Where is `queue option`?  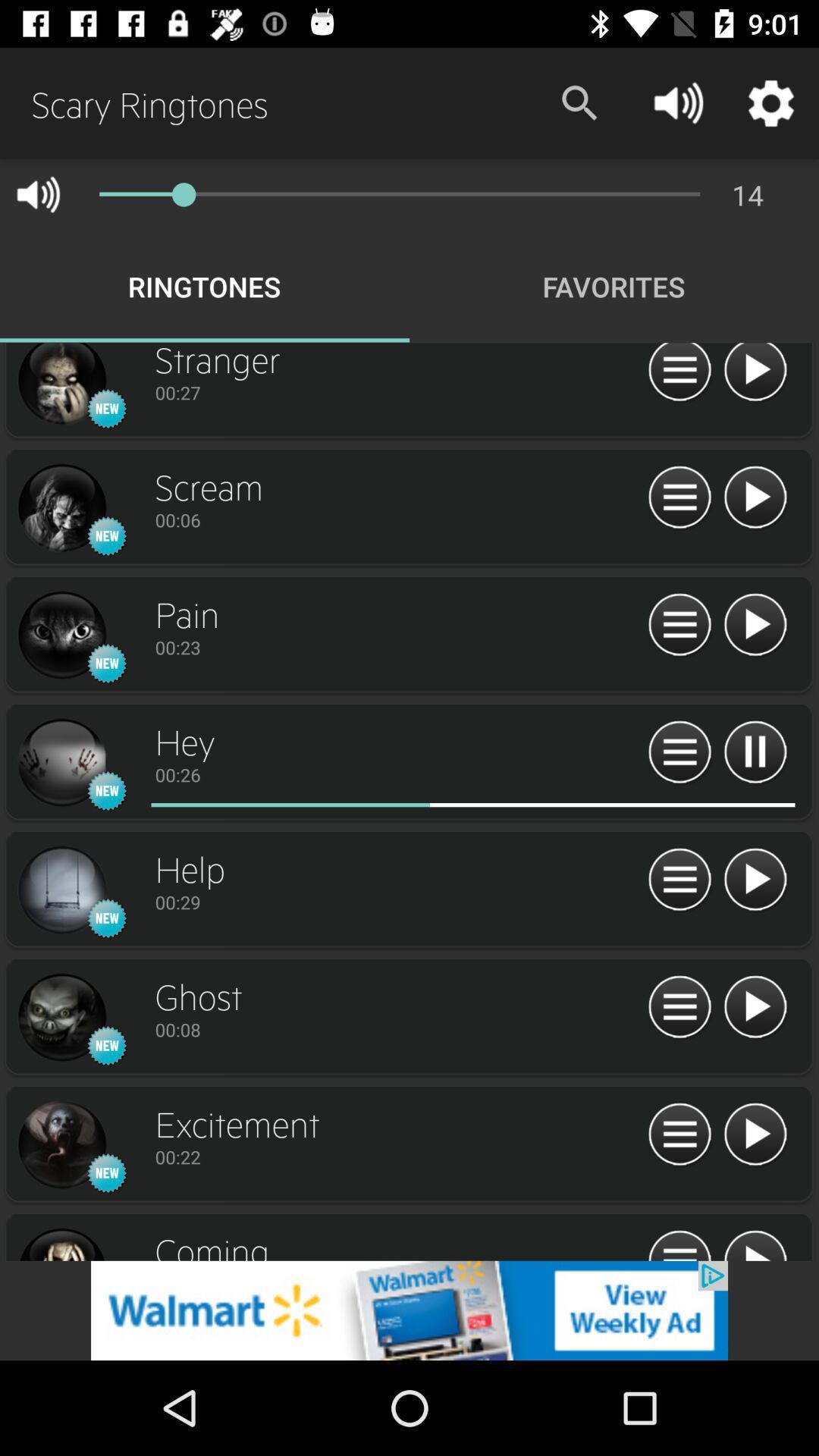 queue option is located at coordinates (679, 1008).